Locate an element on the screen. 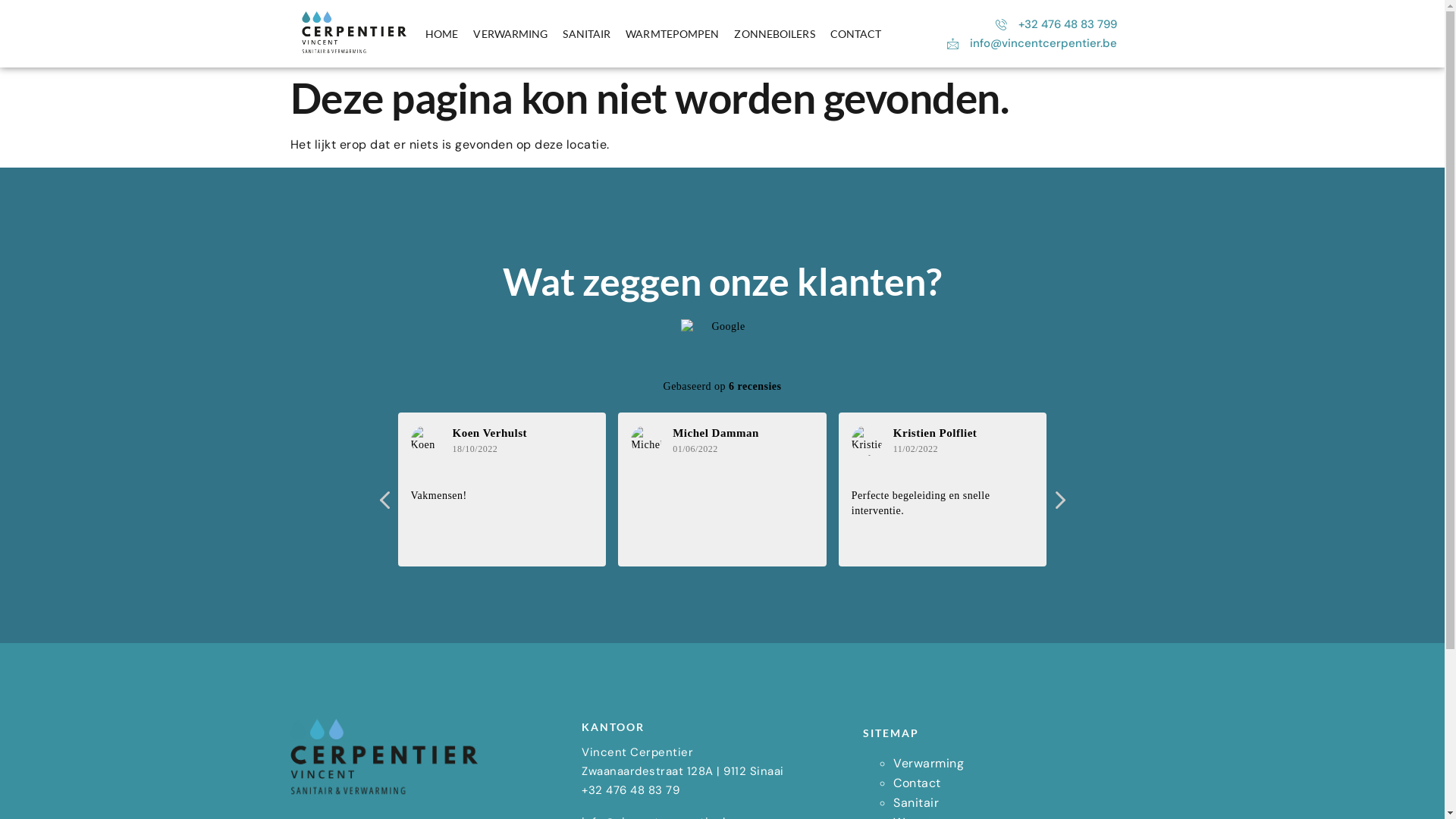 The image size is (1456, 819). '+32 476 48 83 799' is located at coordinates (1054, 24).